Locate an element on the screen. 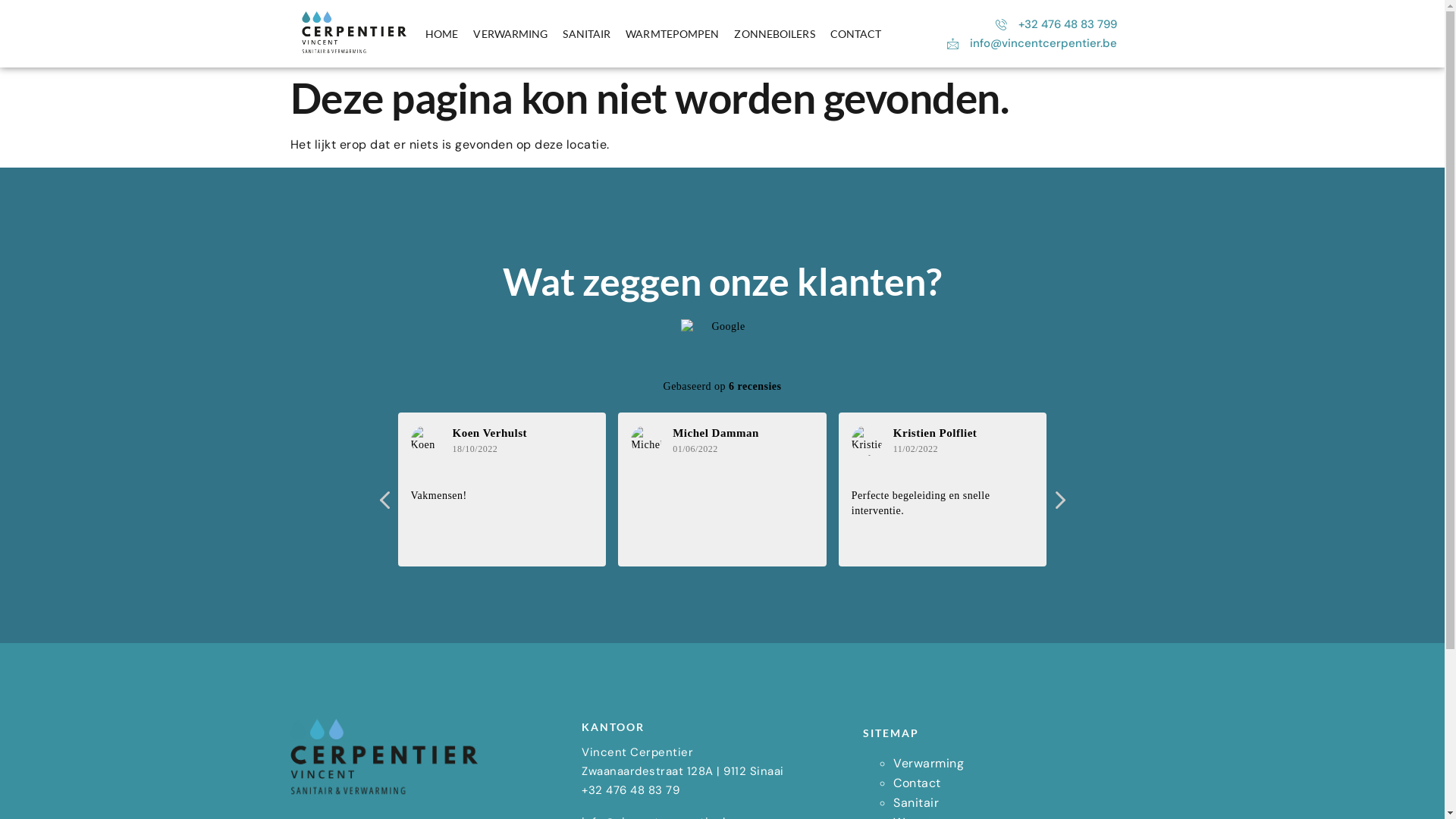 The image size is (1456, 819). '+32 476 48 83 799' is located at coordinates (1054, 24).